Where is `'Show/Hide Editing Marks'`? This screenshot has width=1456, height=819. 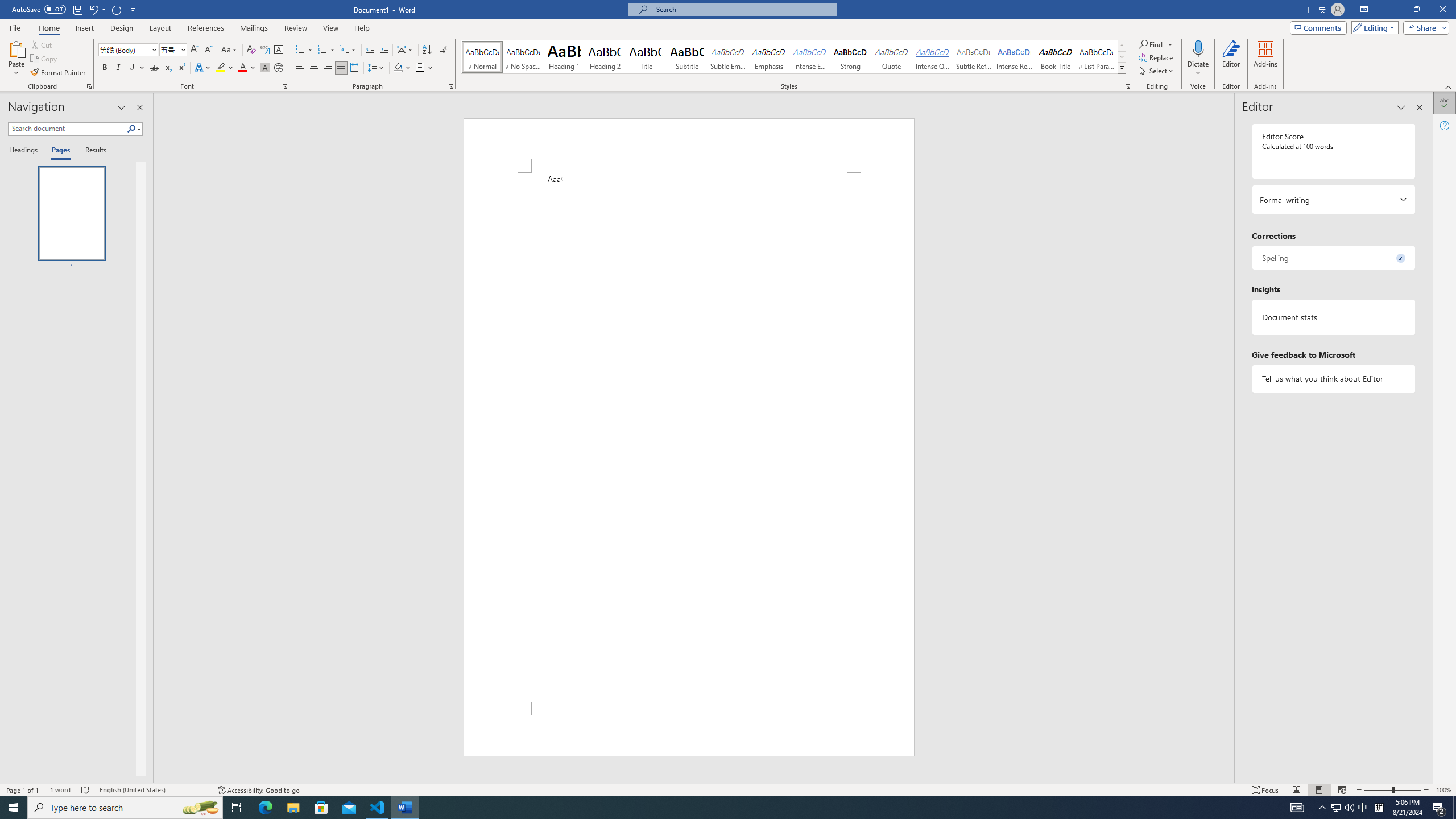
'Show/Hide Editing Marks' is located at coordinates (445, 49).